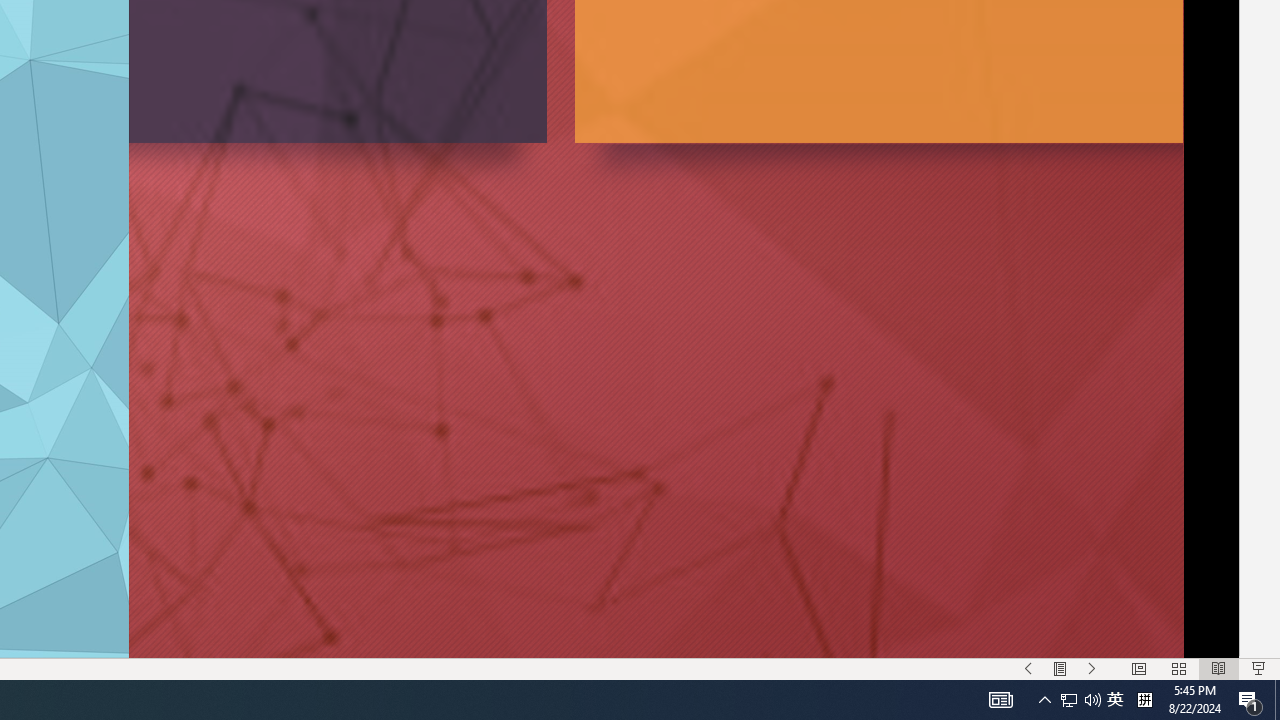 This screenshot has width=1280, height=720. Describe the element at coordinates (1091, 669) in the screenshot. I see `'Slide Show Next On'` at that location.